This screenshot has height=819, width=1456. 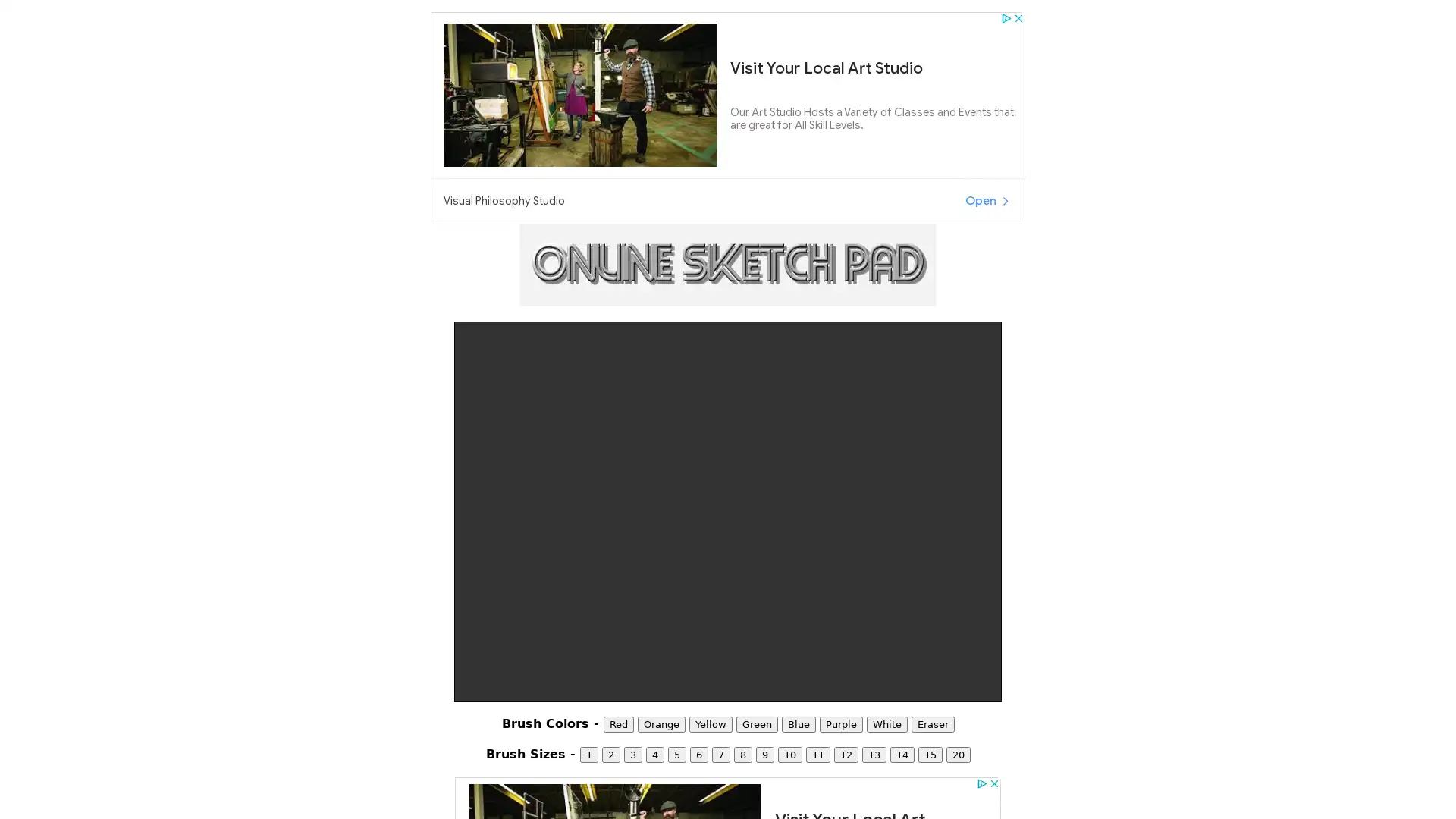 I want to click on Yellow, so click(x=709, y=723).